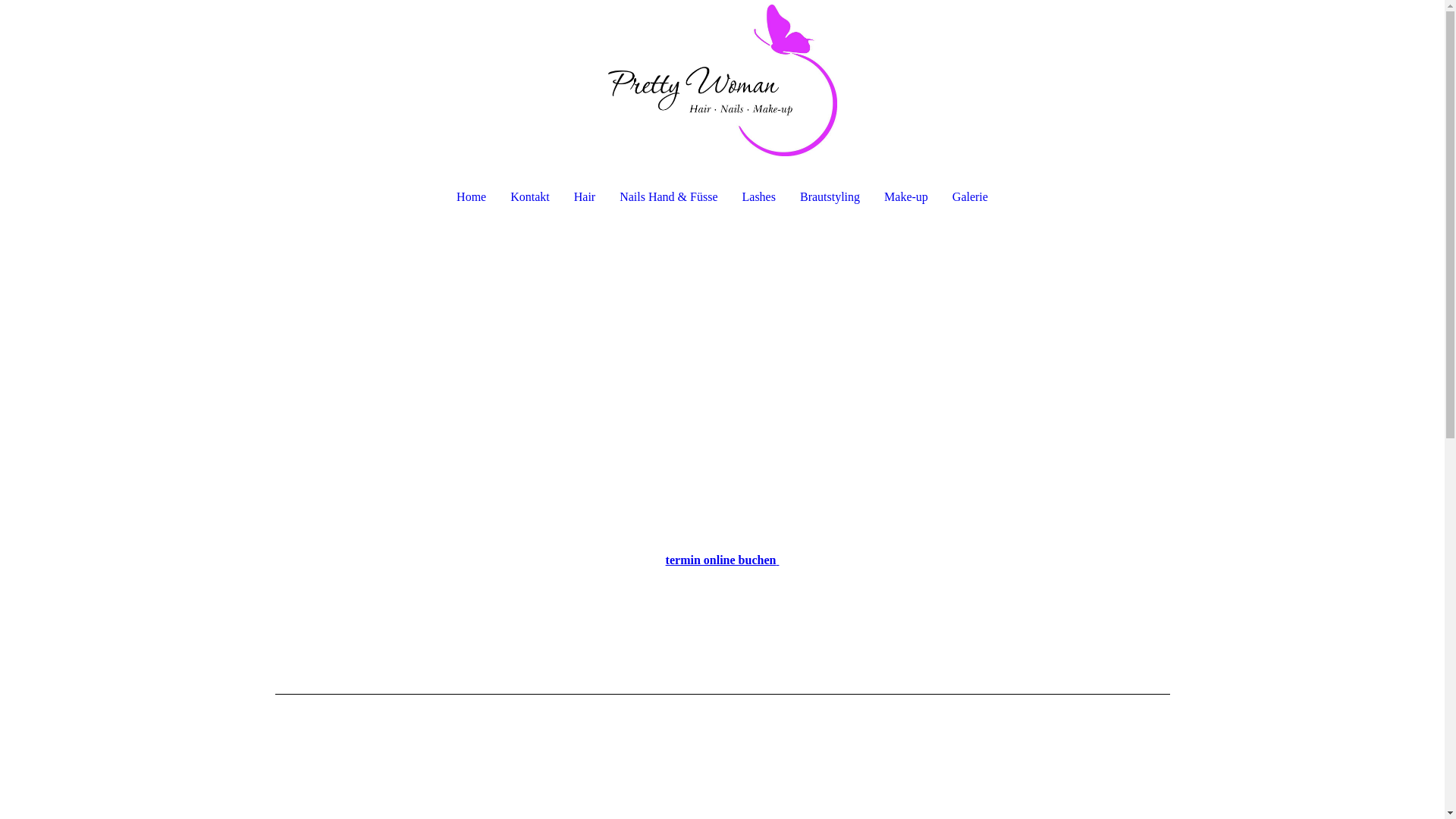 This screenshot has height=819, width=1456. I want to click on 'Hair', so click(584, 196).